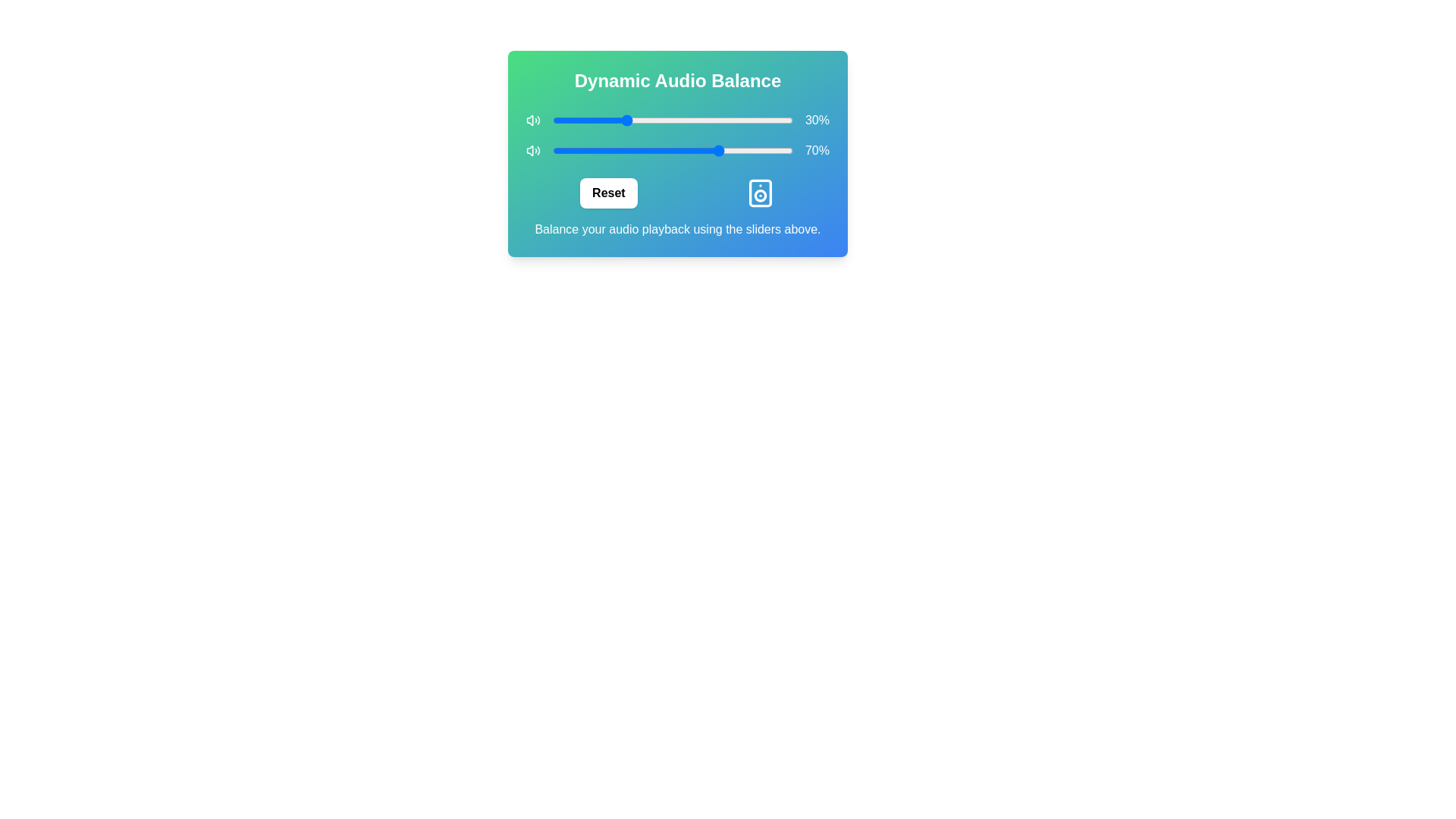 The width and height of the screenshot is (1456, 819). Describe the element at coordinates (608, 192) in the screenshot. I see `the white rectangular 'Reset' button with rounded edges located in the lower middle section of the interface to reset settings` at that location.